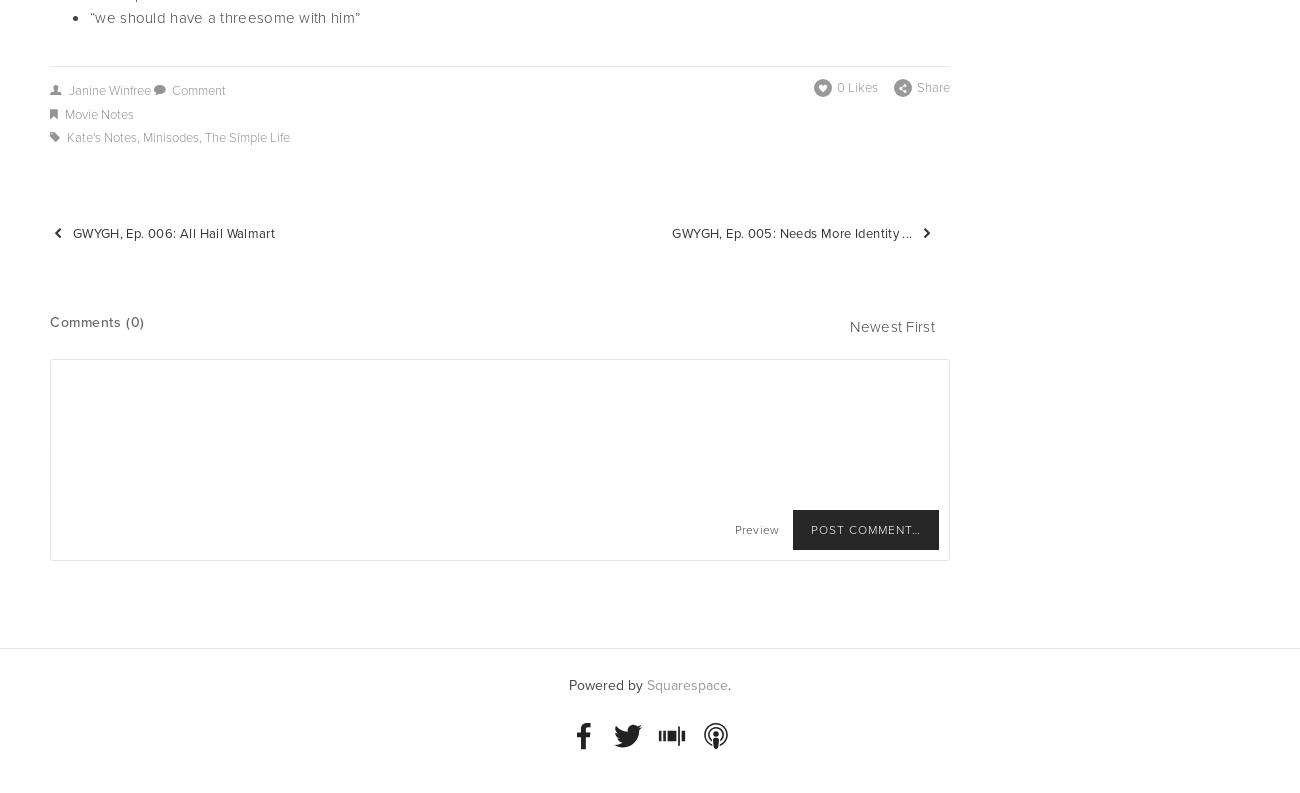  Describe the element at coordinates (891, 327) in the screenshot. I see `'Newest First'` at that location.